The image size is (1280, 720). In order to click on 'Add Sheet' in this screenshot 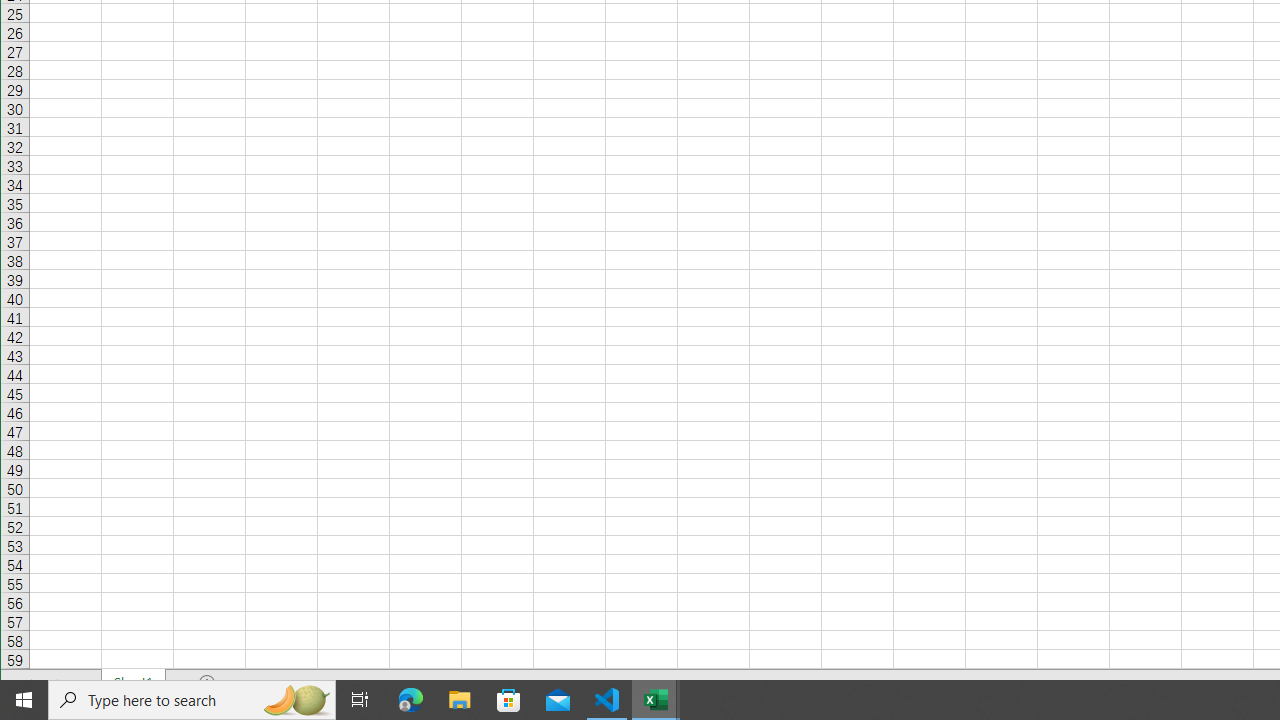, I will do `click(208, 681)`.